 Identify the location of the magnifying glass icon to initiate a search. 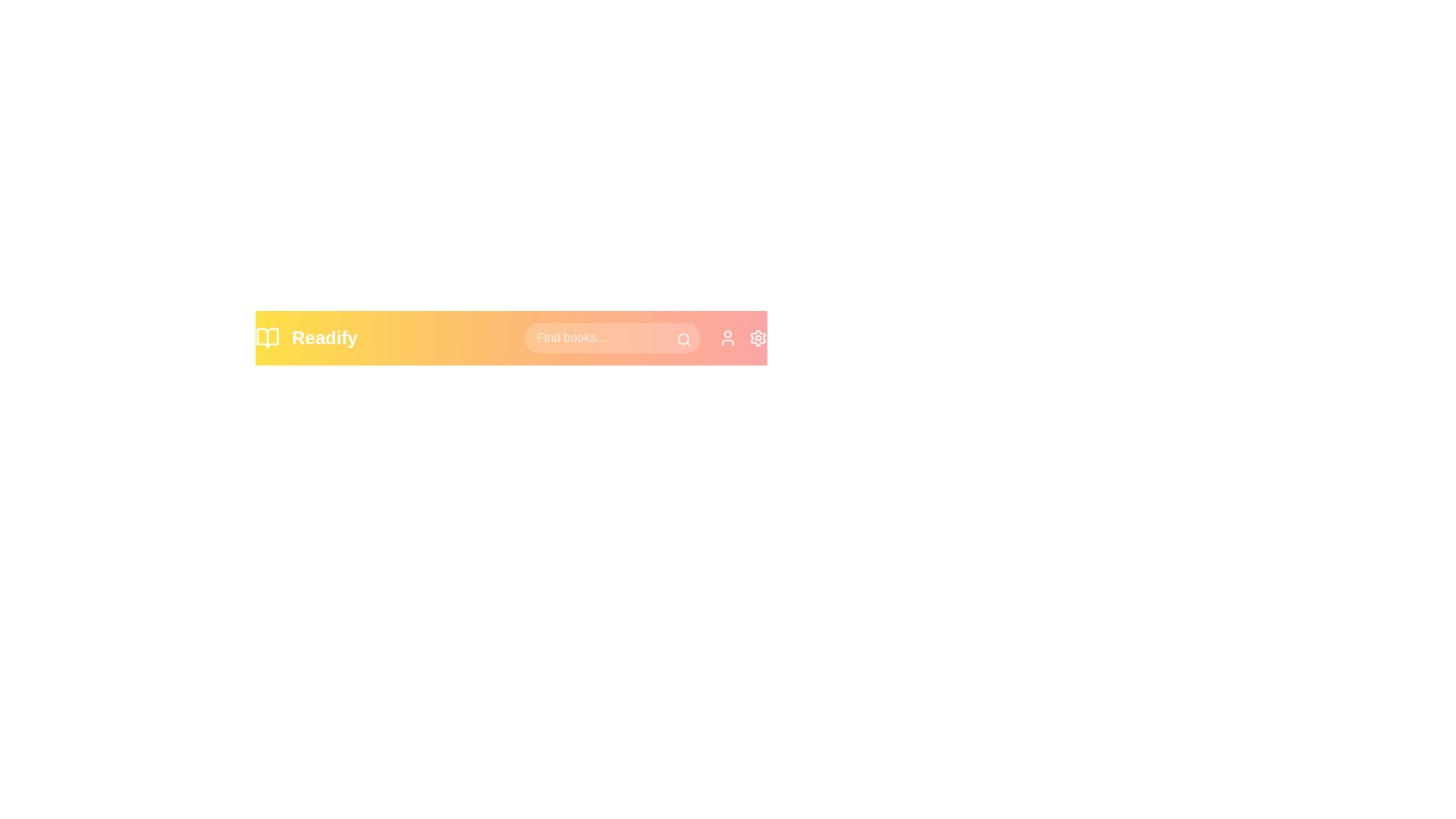
(683, 338).